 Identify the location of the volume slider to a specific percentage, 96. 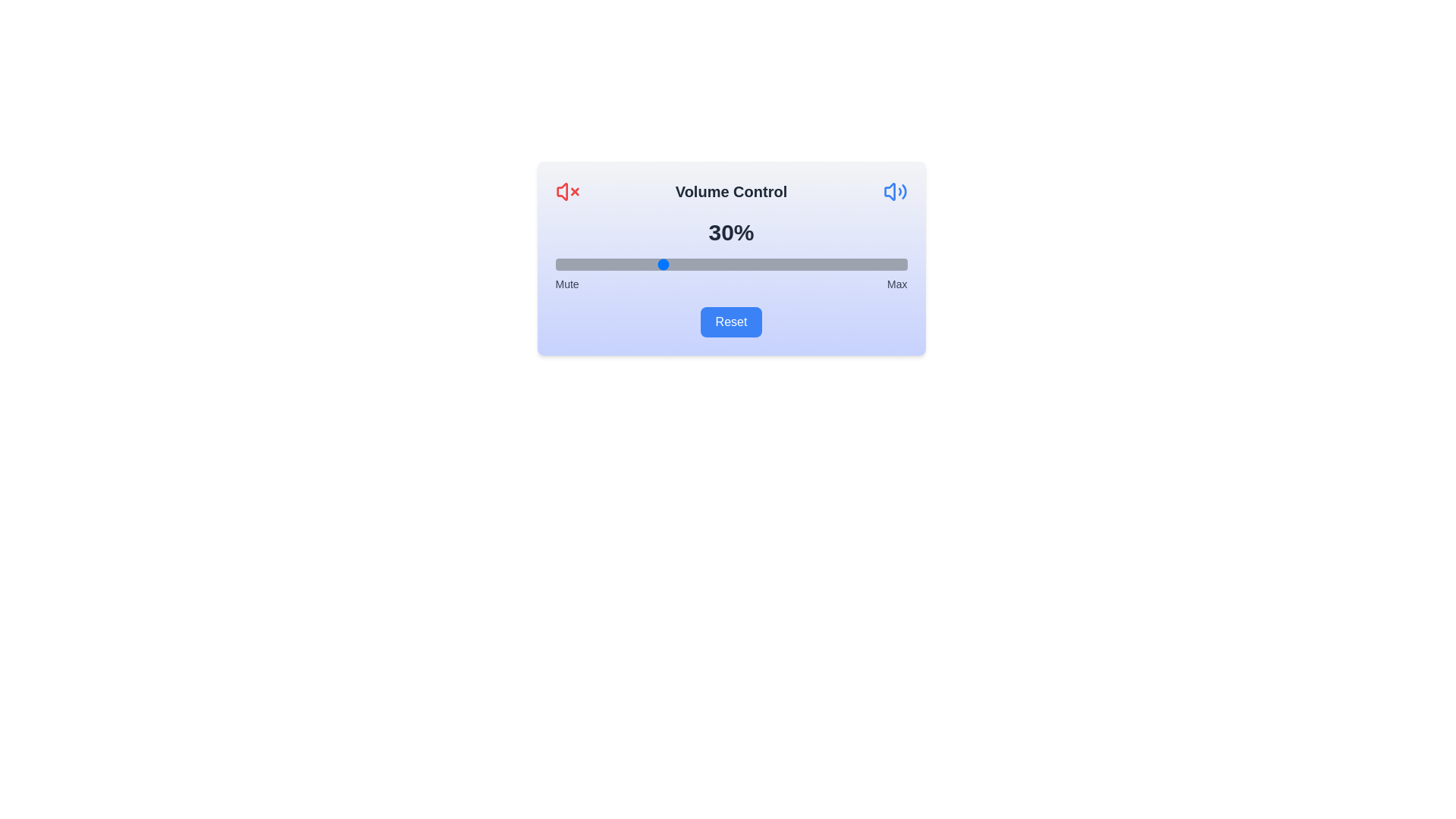
(893, 263).